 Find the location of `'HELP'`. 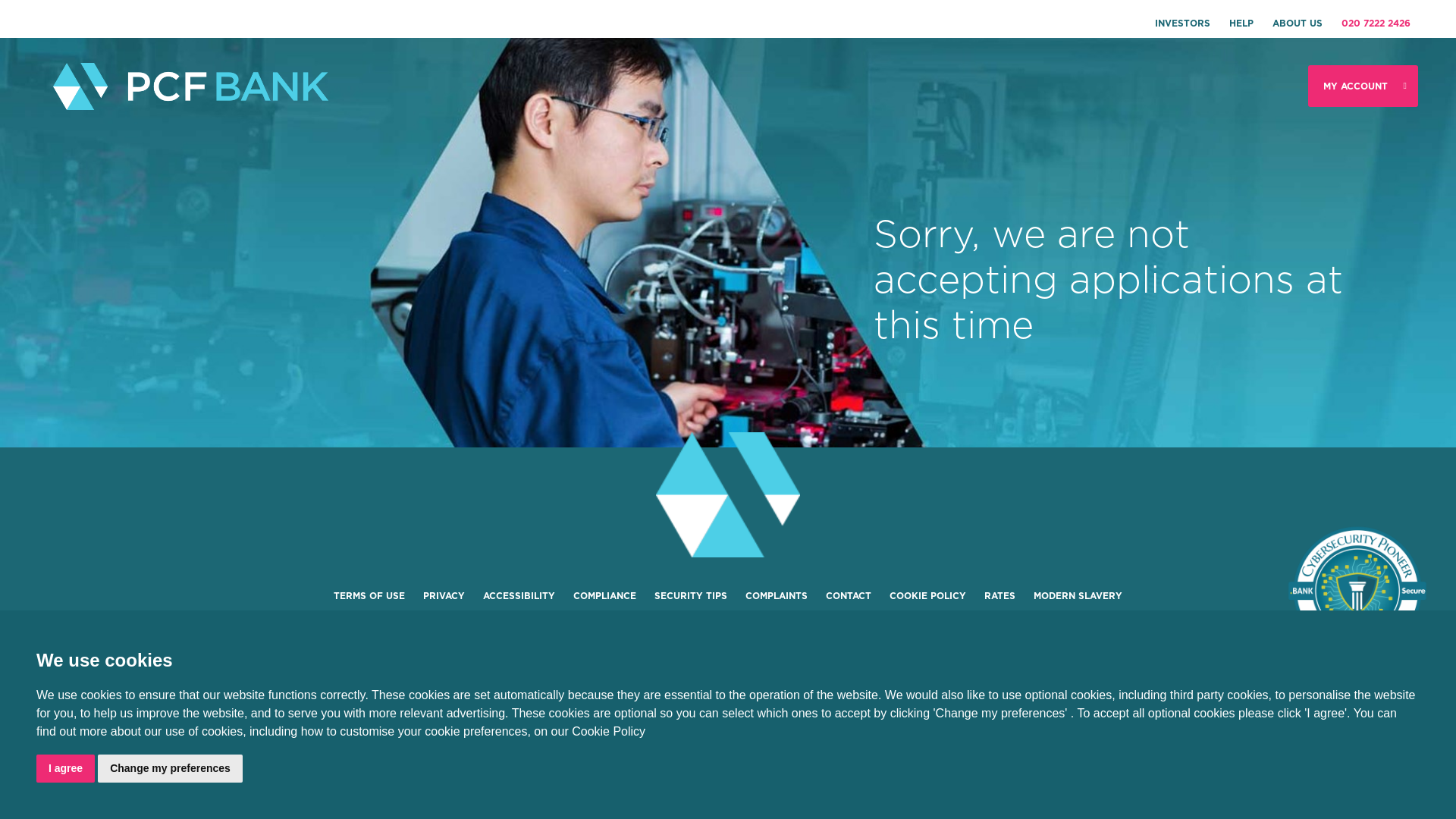

'HELP' is located at coordinates (1241, 24).